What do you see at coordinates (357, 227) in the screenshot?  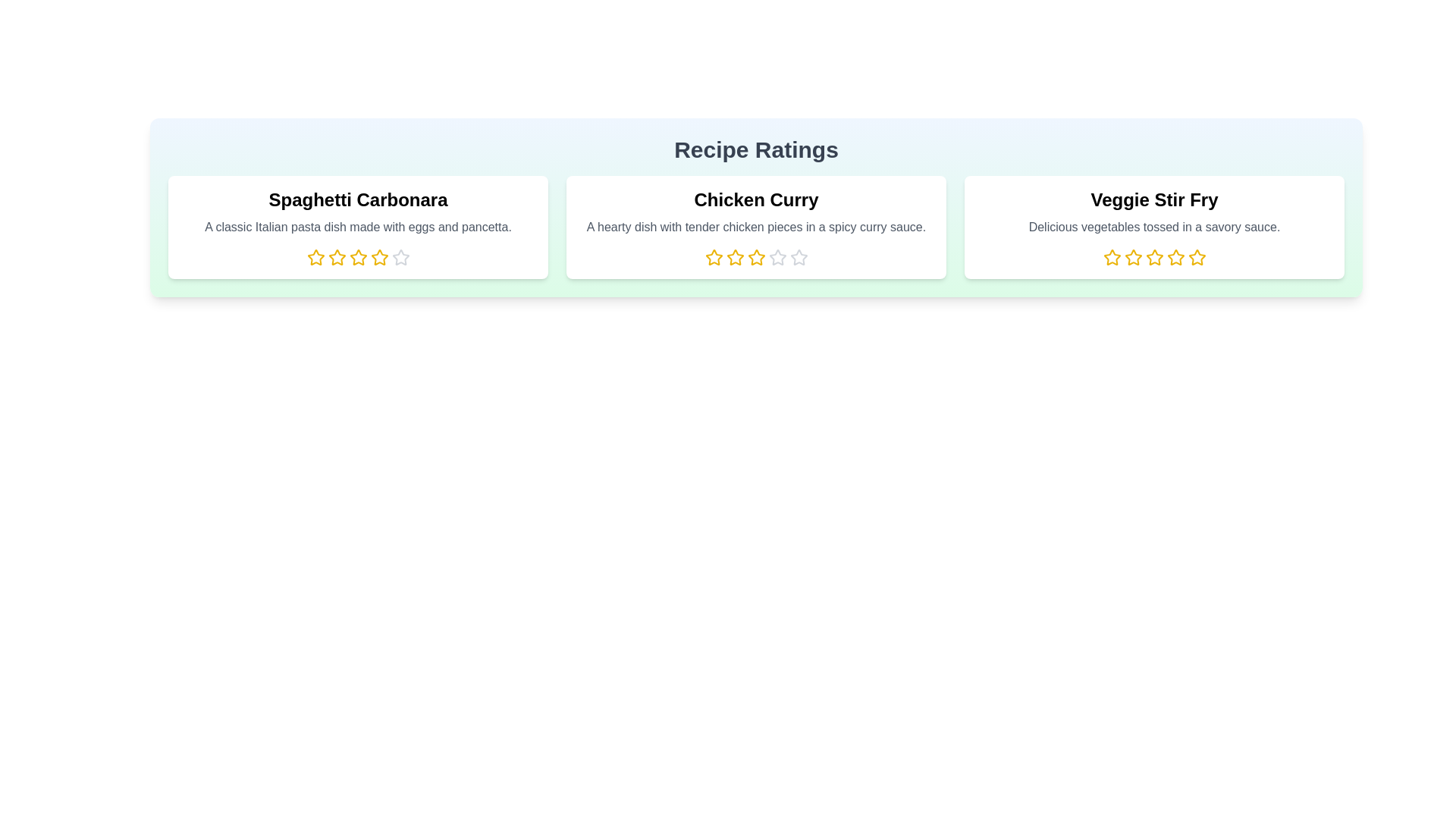 I see `the description of the recipe to read it` at bounding box center [357, 227].